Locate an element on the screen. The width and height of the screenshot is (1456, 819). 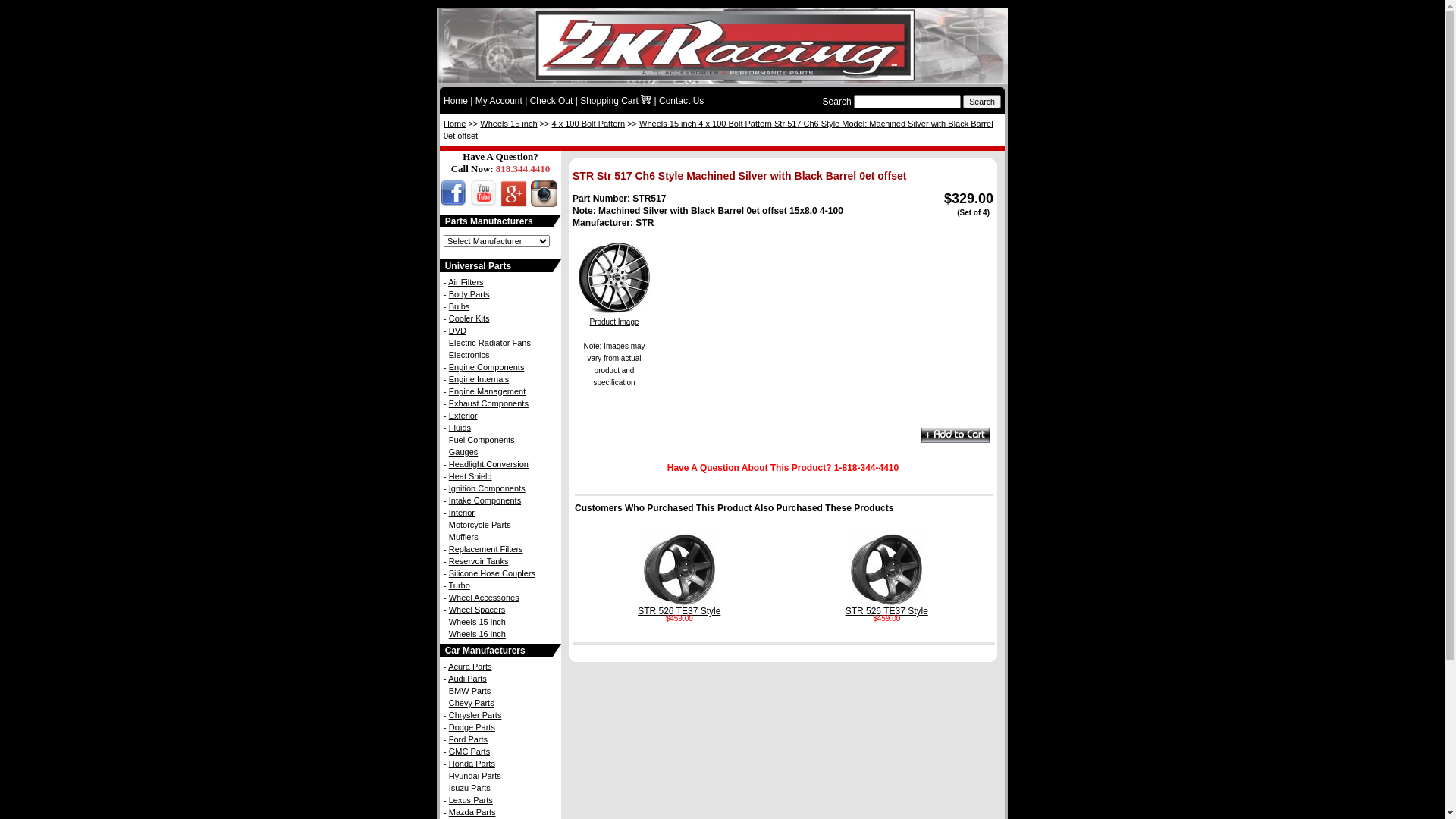
'Audi Parts' is located at coordinates (466, 677).